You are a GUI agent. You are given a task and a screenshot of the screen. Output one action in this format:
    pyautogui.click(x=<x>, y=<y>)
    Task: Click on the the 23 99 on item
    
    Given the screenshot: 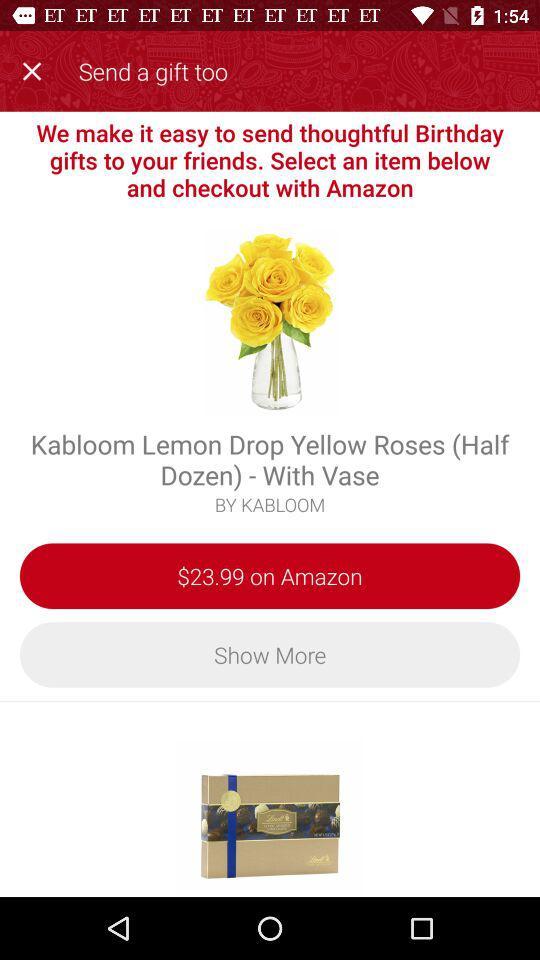 What is the action you would take?
    pyautogui.click(x=270, y=576)
    